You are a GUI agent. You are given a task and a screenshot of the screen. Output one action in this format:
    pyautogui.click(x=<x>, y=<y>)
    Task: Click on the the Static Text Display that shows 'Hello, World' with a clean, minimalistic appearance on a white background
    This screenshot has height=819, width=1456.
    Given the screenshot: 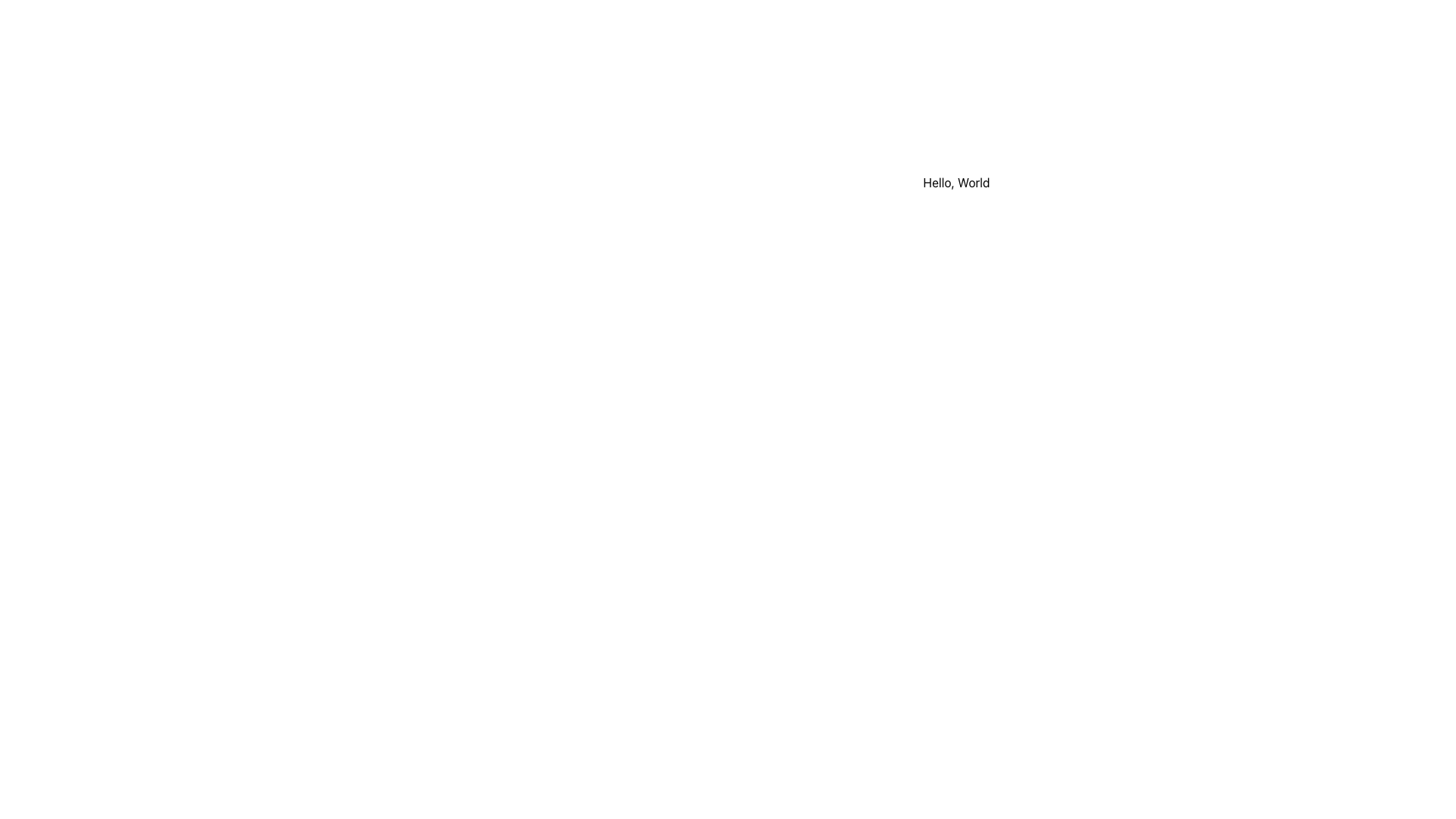 What is the action you would take?
    pyautogui.click(x=955, y=181)
    